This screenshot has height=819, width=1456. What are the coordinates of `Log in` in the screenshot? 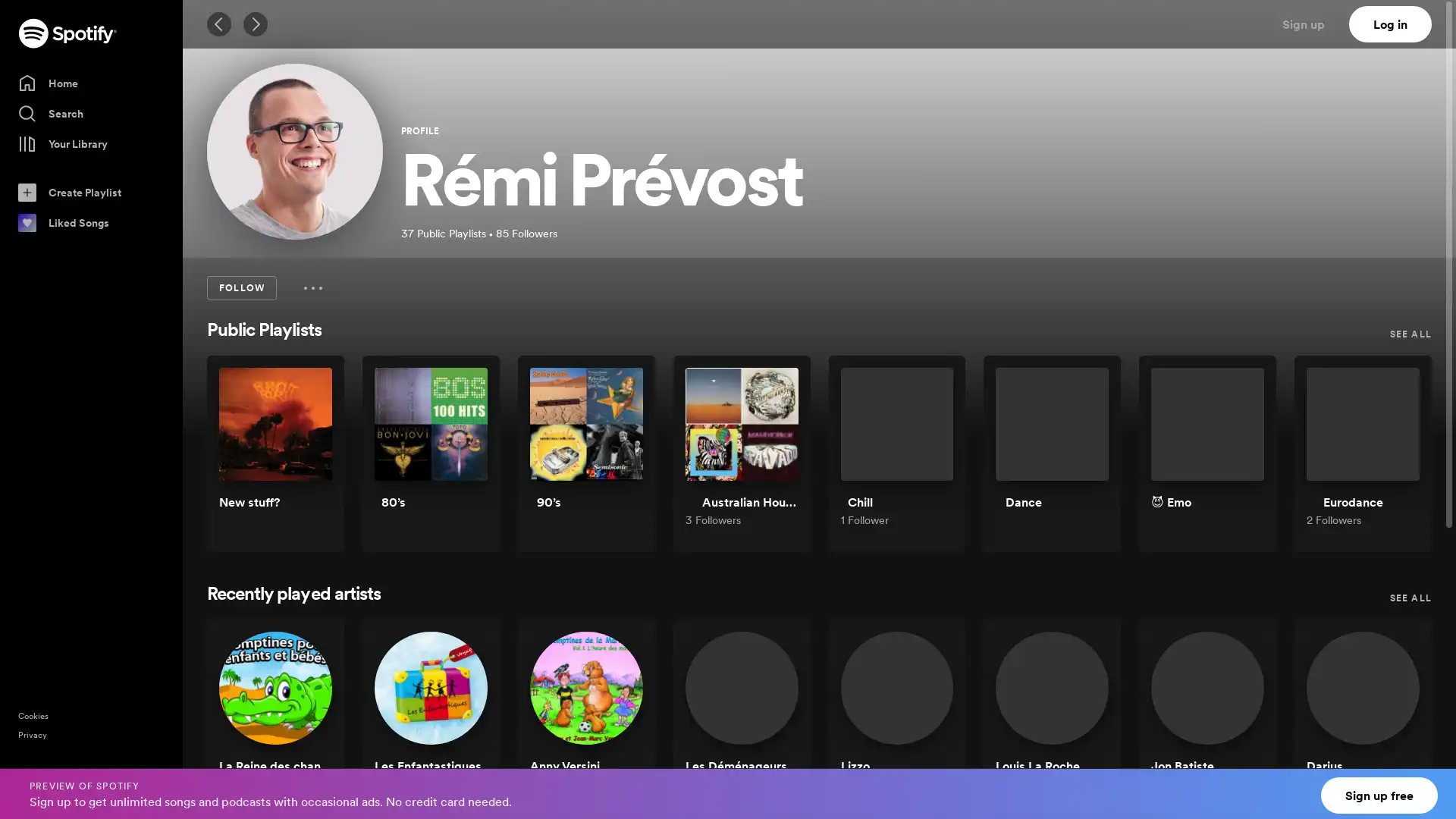 It's located at (1390, 24).